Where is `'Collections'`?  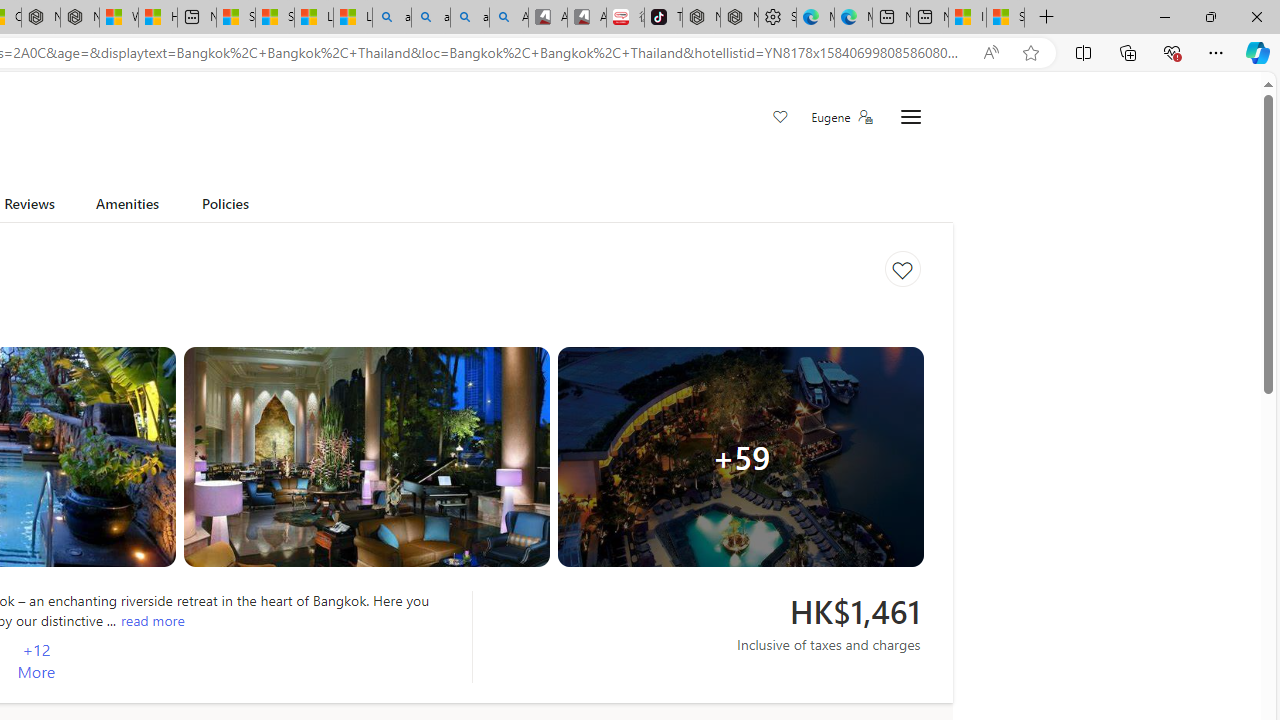 'Collections' is located at coordinates (1128, 51).